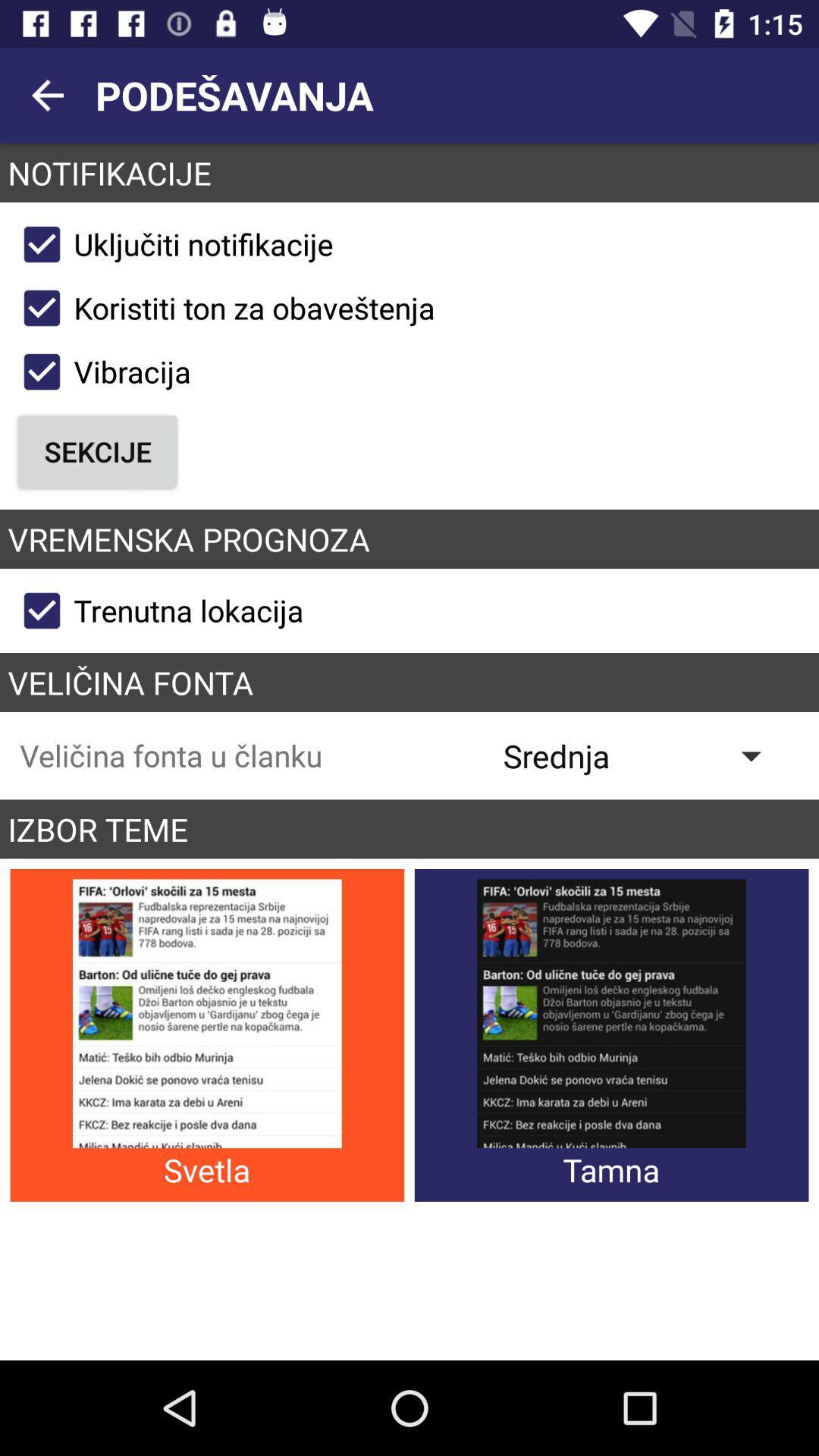 The height and width of the screenshot is (1456, 819). Describe the element at coordinates (643, 755) in the screenshot. I see `drop down` at that location.